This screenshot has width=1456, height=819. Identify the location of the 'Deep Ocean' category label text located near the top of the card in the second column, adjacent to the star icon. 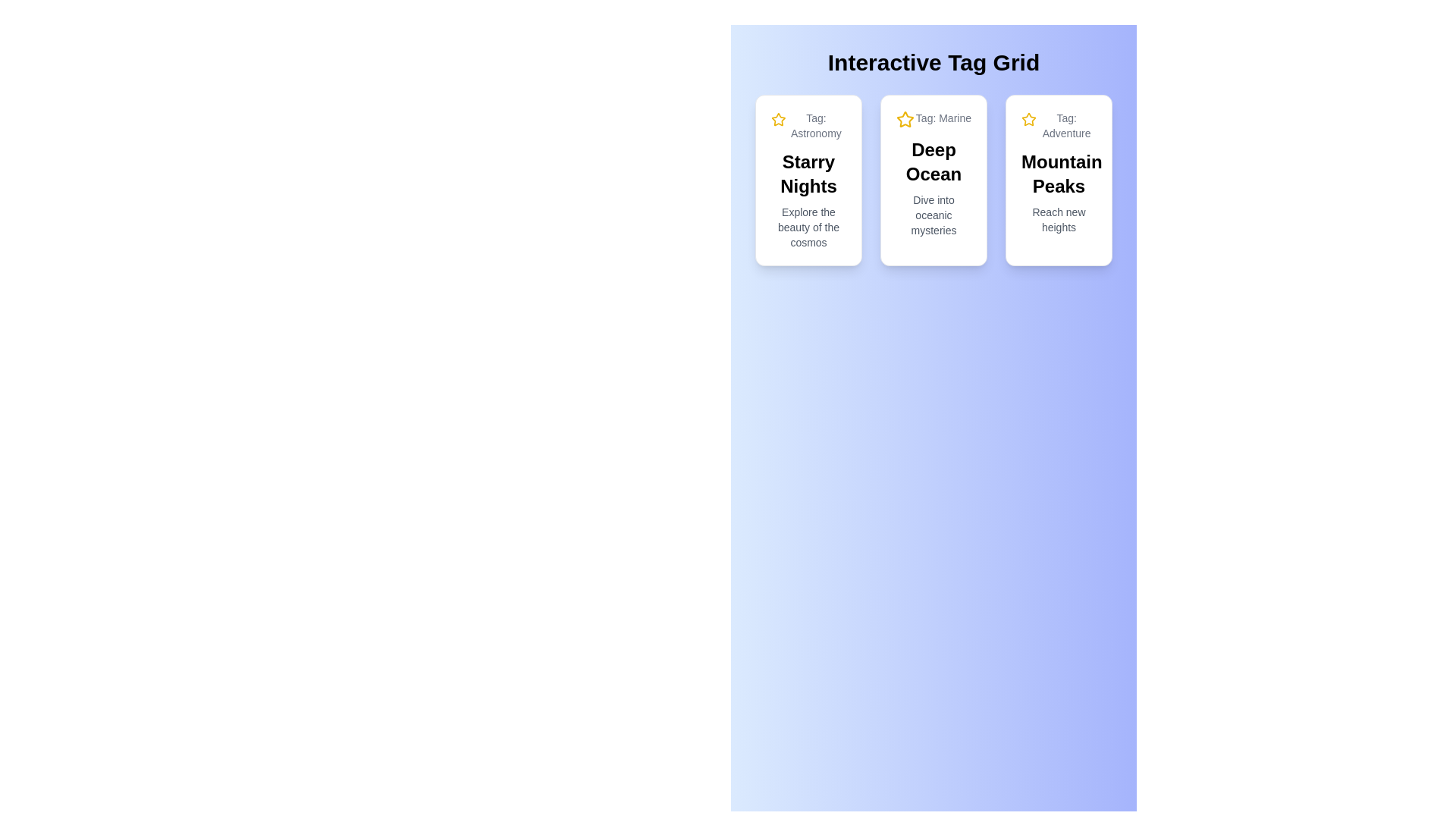
(933, 119).